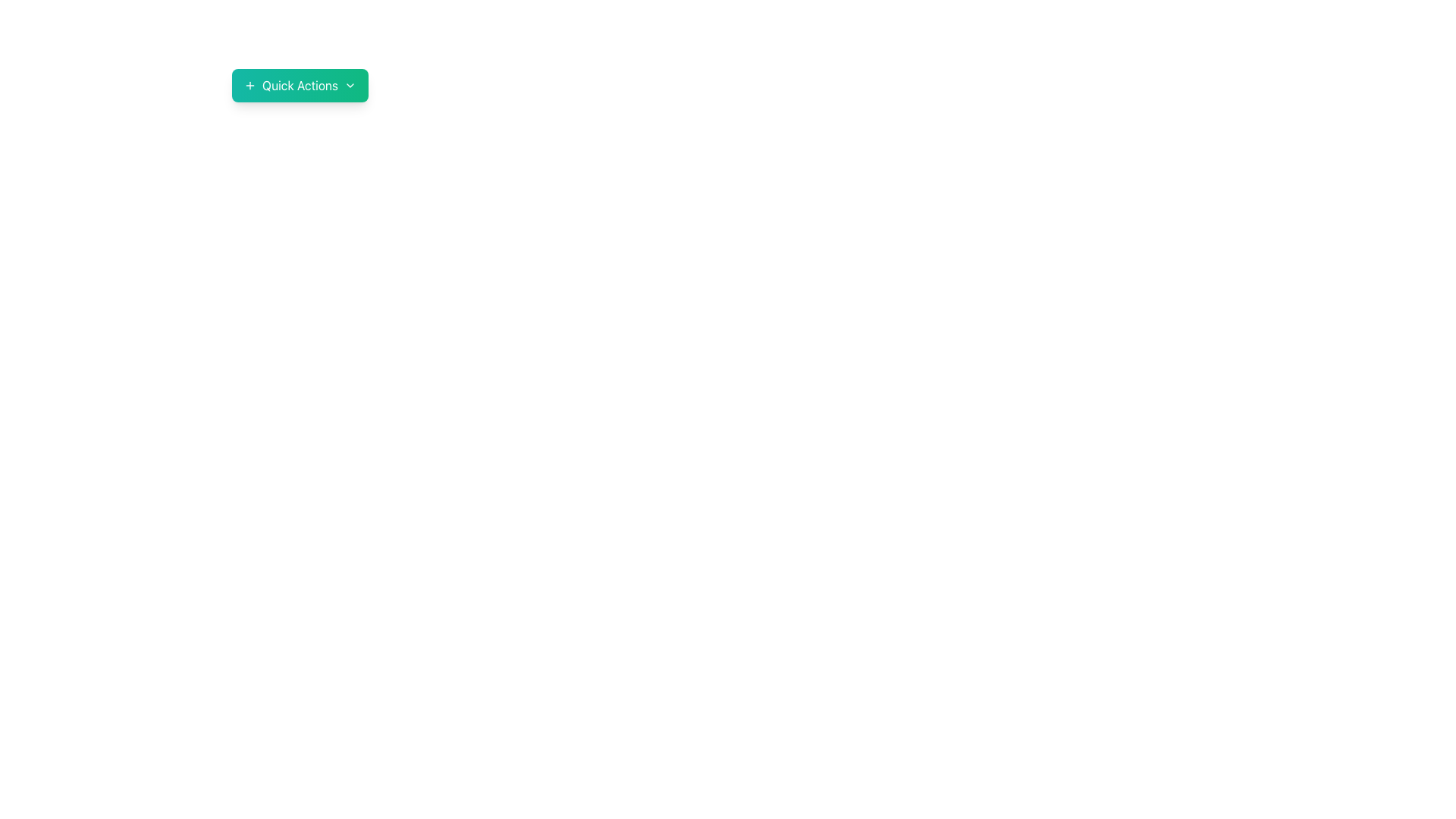 This screenshot has width=1456, height=819. Describe the element at coordinates (300, 85) in the screenshot. I see `the text element that describes the 'Quick Actions' button, which is centrally located between a plus icon and a downward-facing chevron` at that location.